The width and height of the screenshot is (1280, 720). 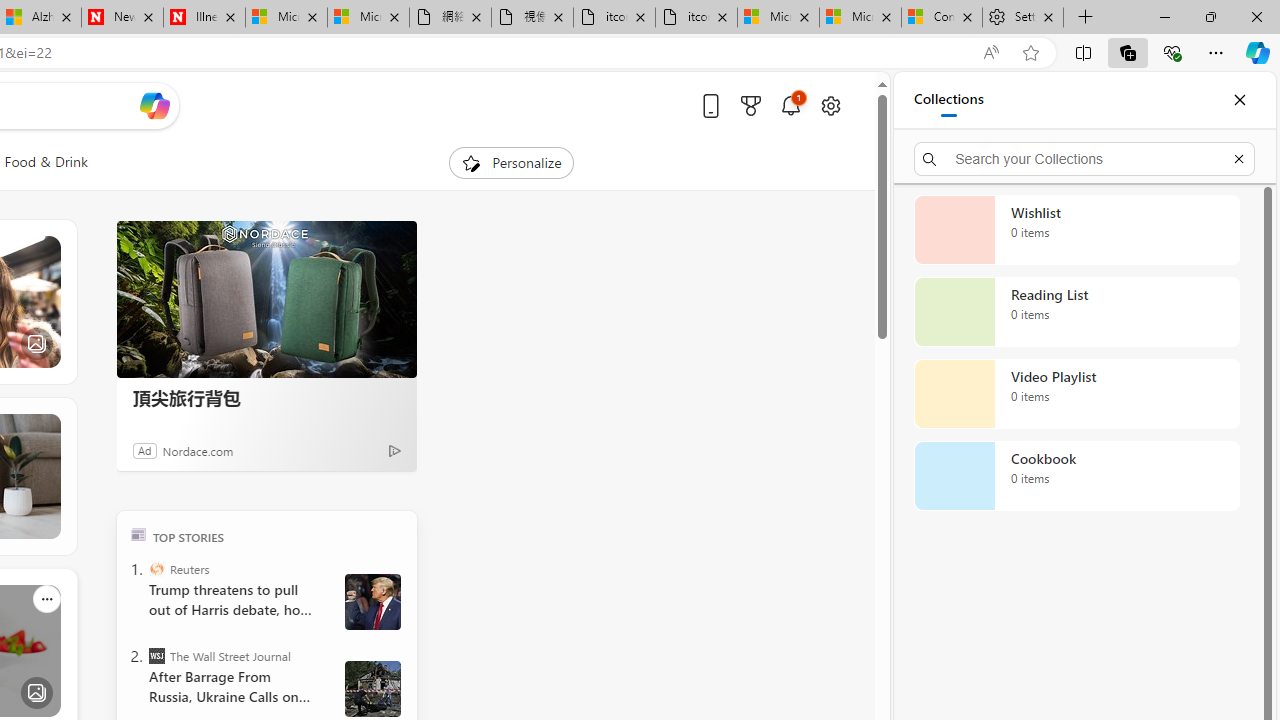 I want to click on 'Open Copilot', so click(x=154, y=105).